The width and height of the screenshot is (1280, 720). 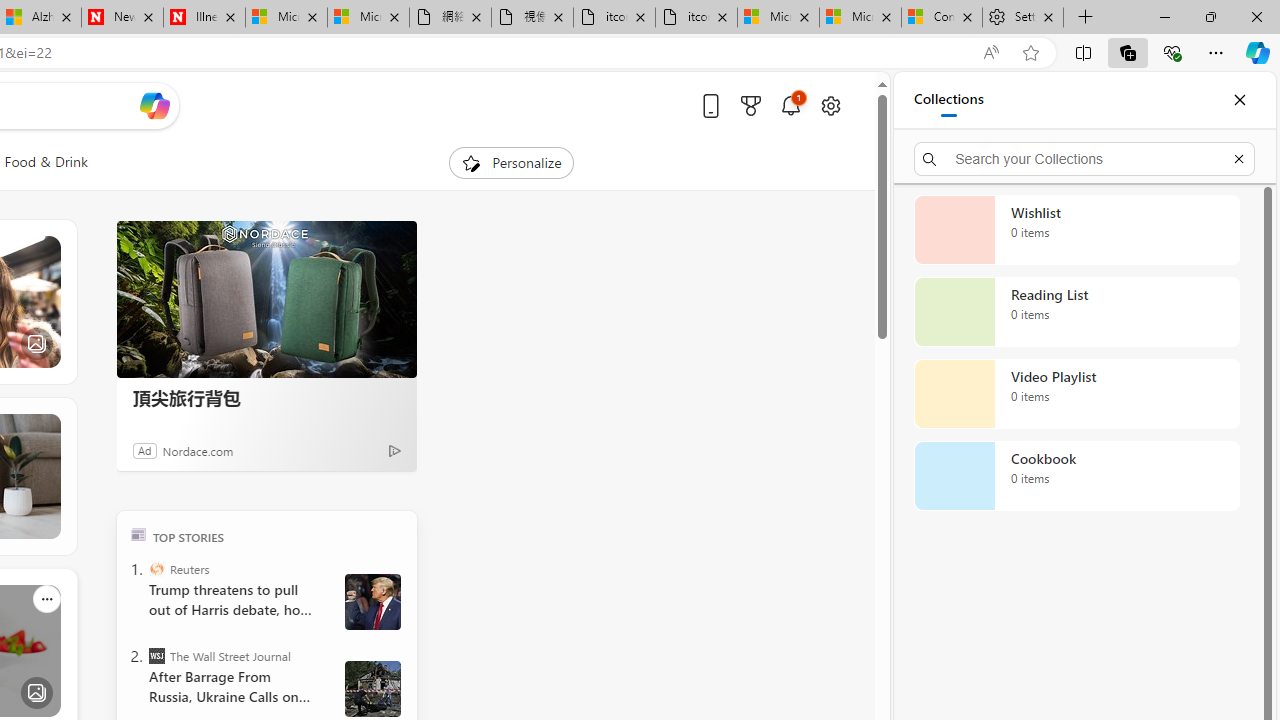 I want to click on 'Open Copilot', so click(x=154, y=105).